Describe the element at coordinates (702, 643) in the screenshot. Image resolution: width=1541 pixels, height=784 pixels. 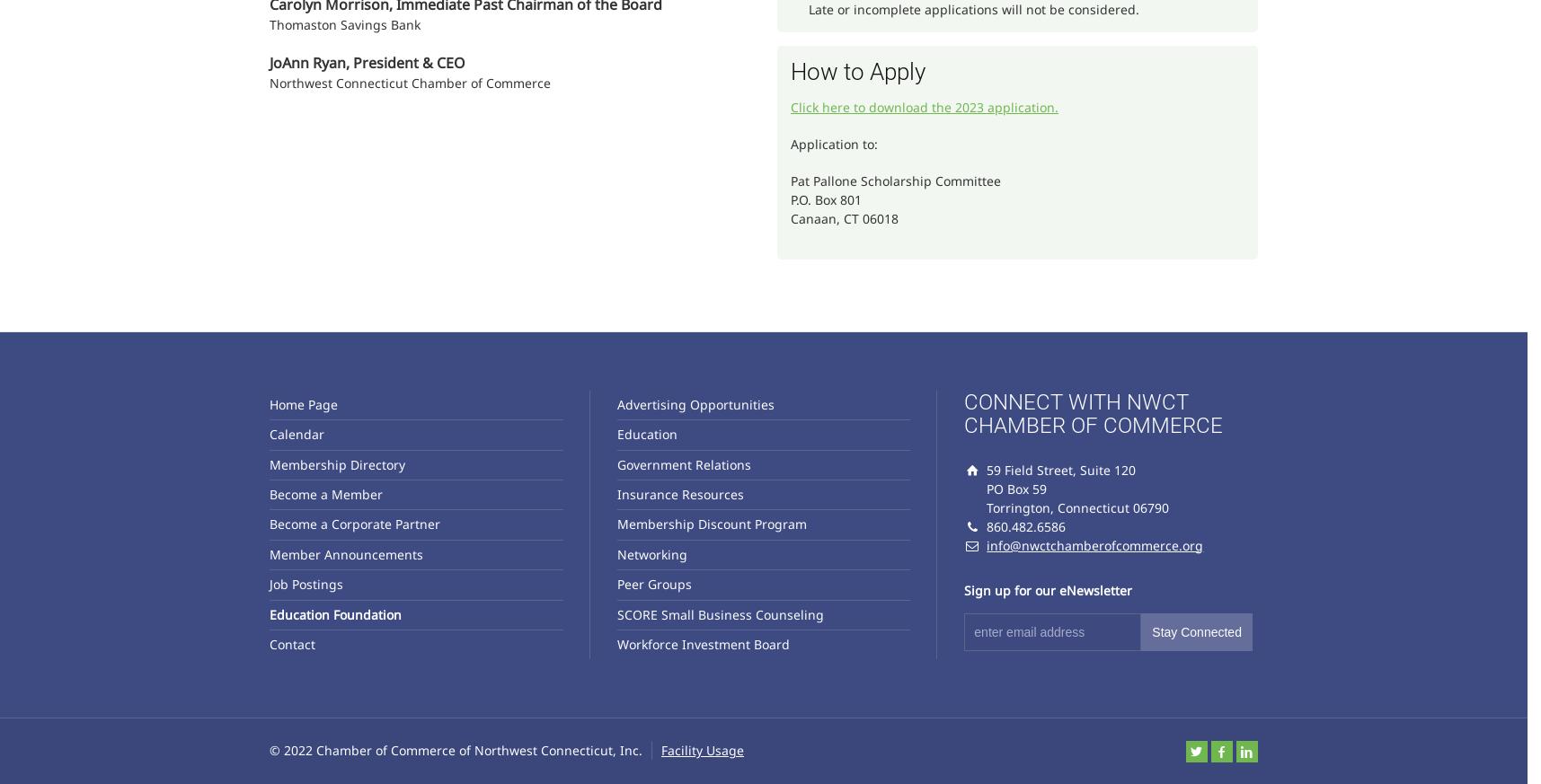
I see `'Workforce Investment Board'` at that location.